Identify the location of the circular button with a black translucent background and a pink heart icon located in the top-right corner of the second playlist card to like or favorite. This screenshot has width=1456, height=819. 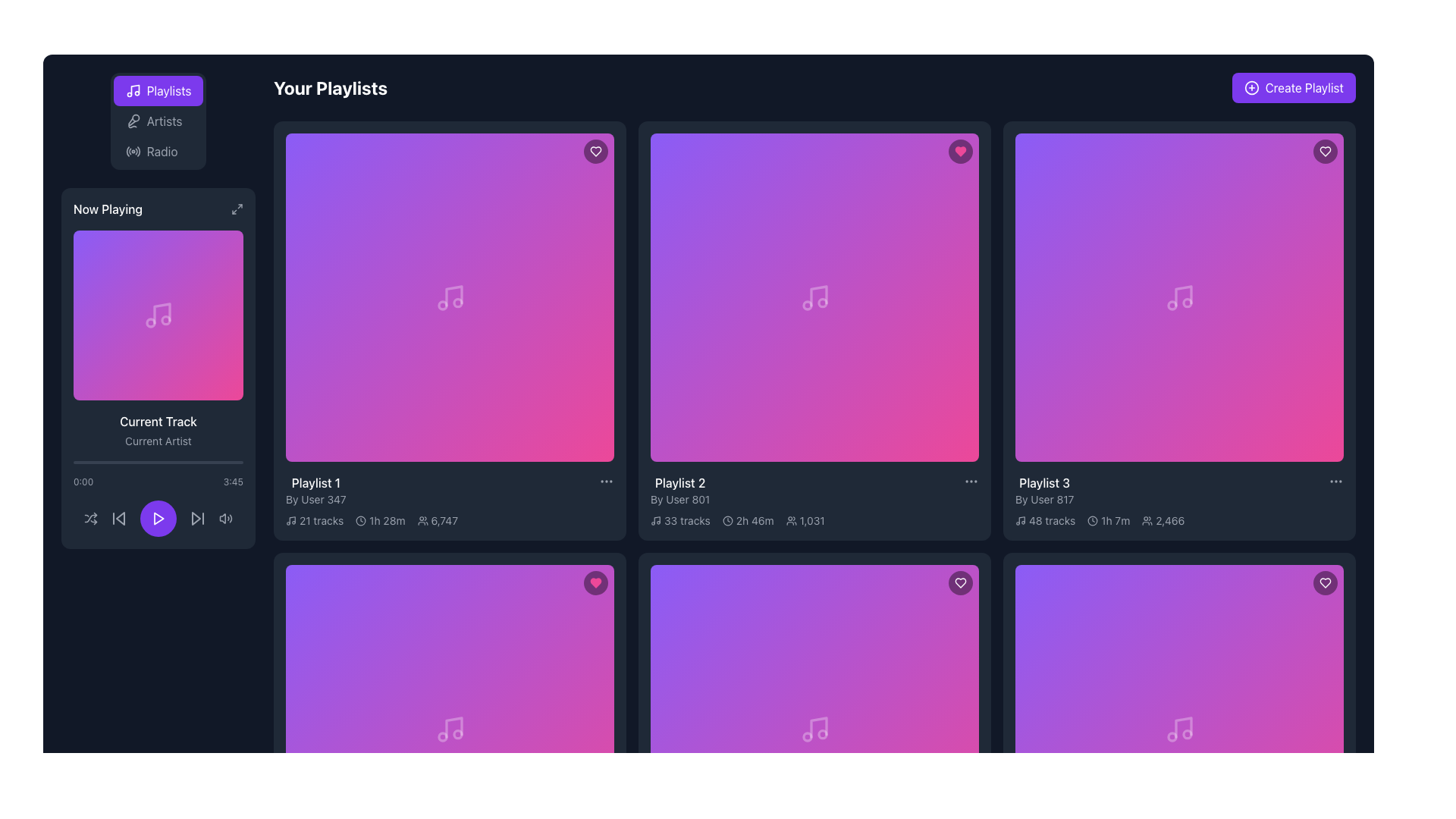
(960, 152).